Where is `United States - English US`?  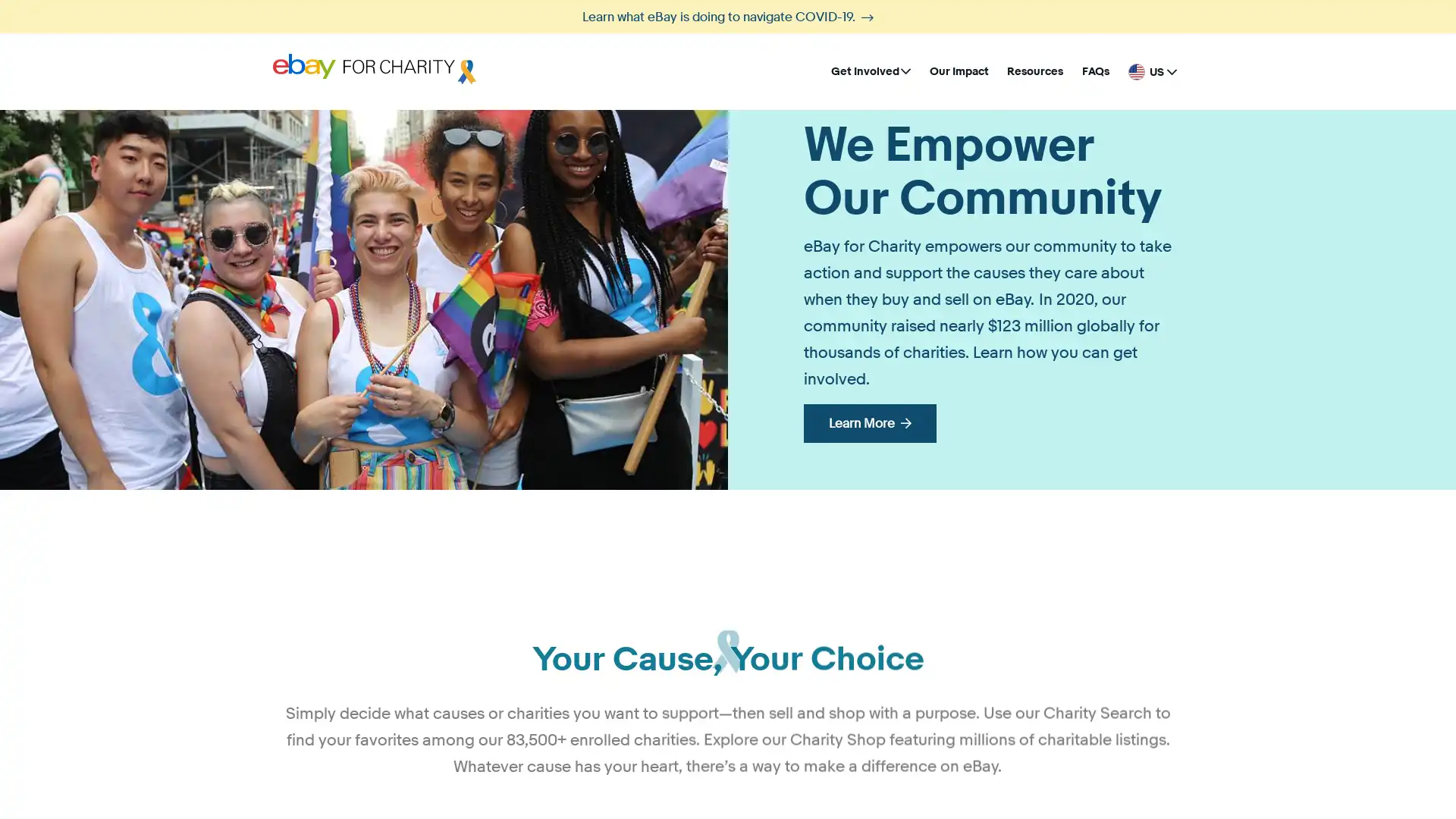 United States - English US is located at coordinates (1151, 71).